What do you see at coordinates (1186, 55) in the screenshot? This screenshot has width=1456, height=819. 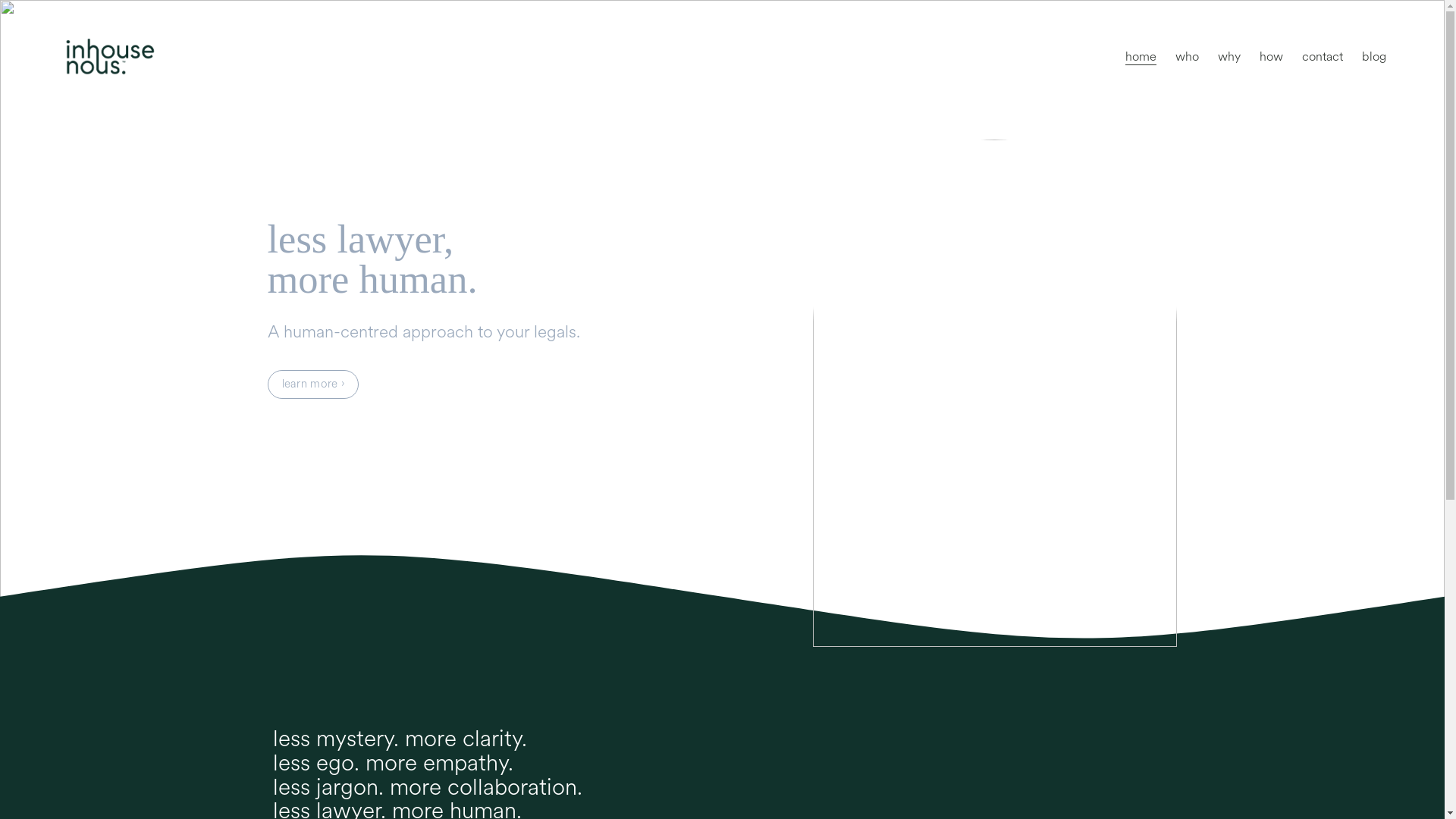 I see `'who'` at bounding box center [1186, 55].